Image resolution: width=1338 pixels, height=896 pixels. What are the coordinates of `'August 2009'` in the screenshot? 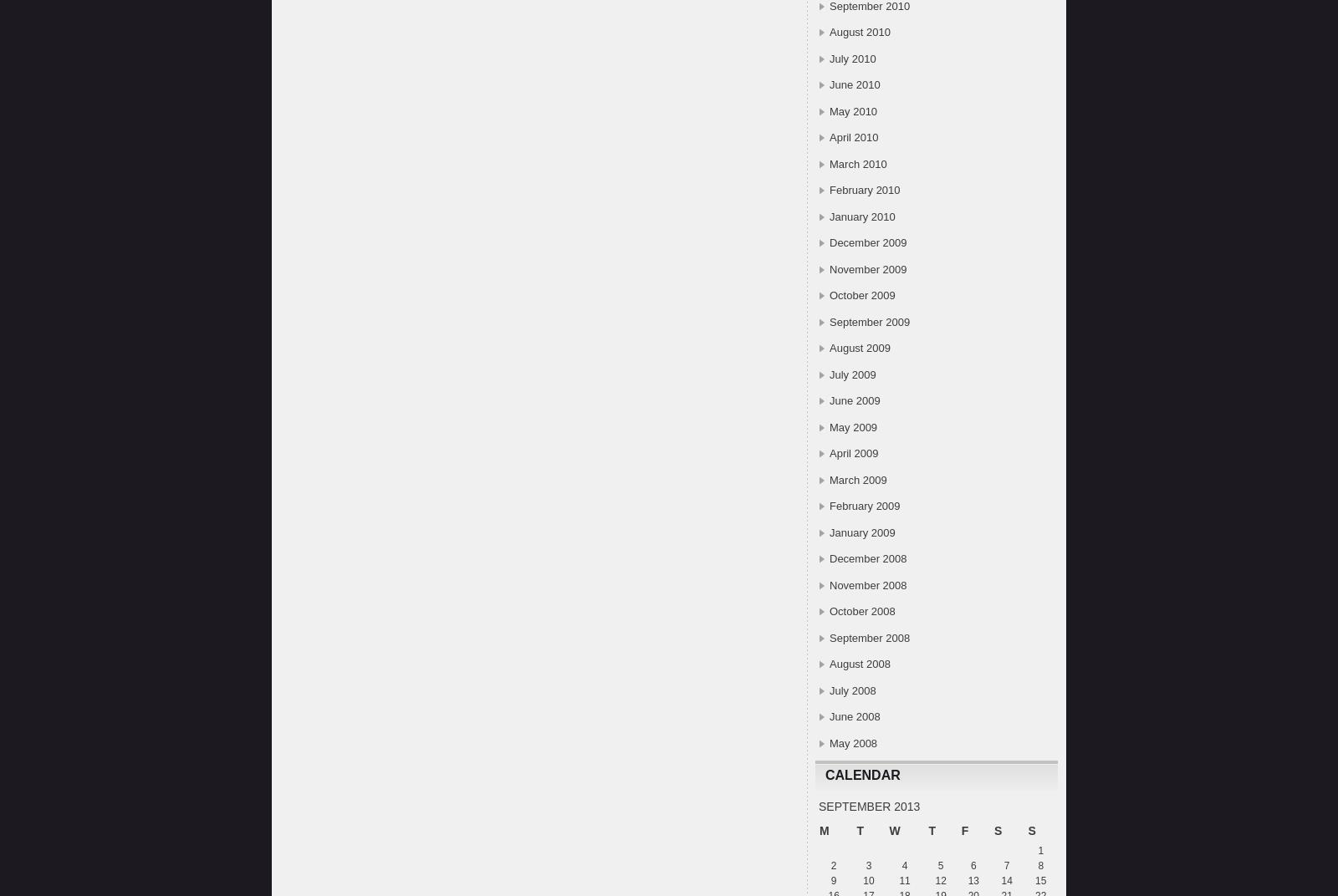 It's located at (860, 347).